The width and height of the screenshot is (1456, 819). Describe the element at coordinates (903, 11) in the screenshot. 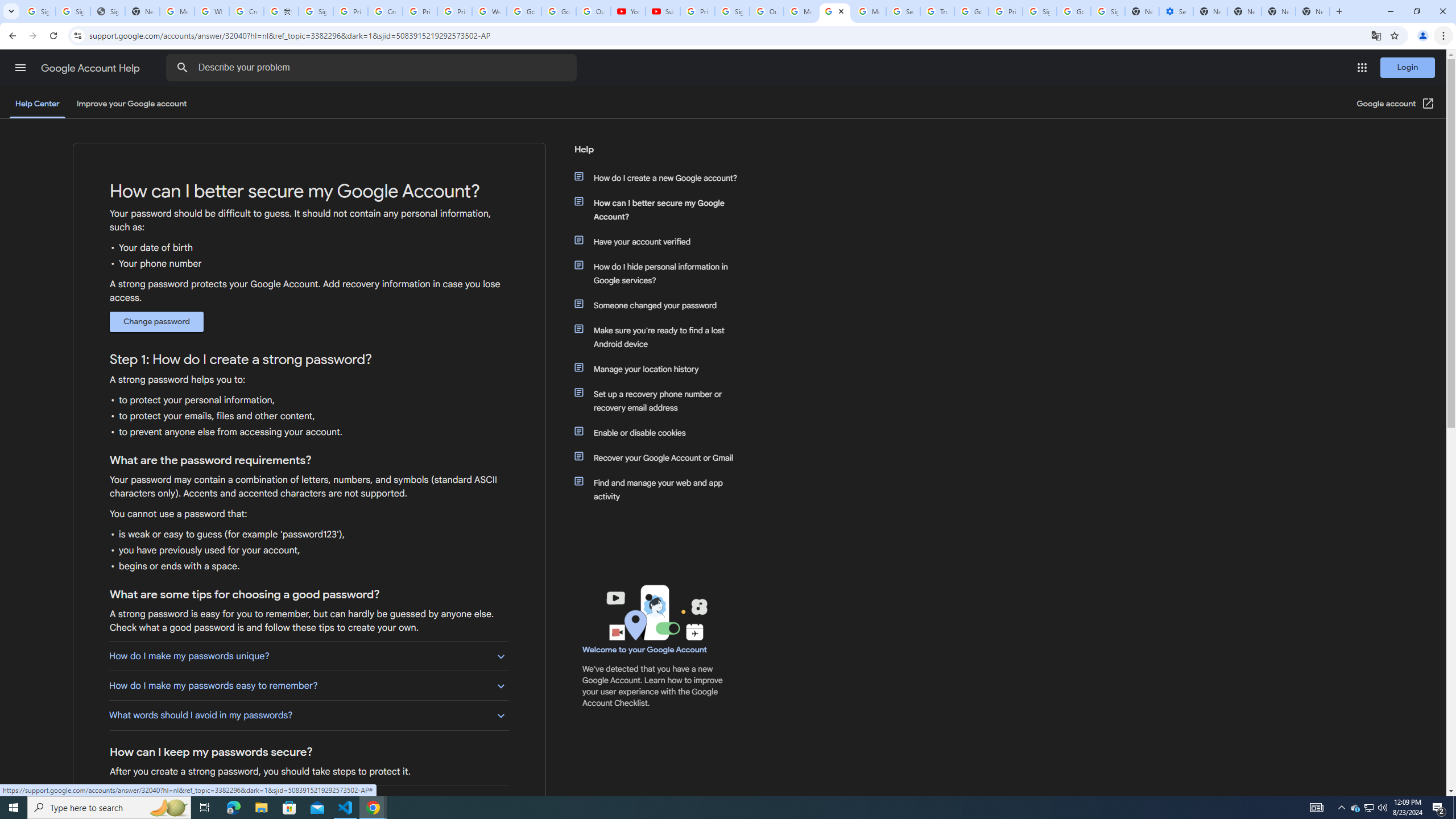

I see `'Search our Doodle Library Collection - Google Doodles'` at that location.